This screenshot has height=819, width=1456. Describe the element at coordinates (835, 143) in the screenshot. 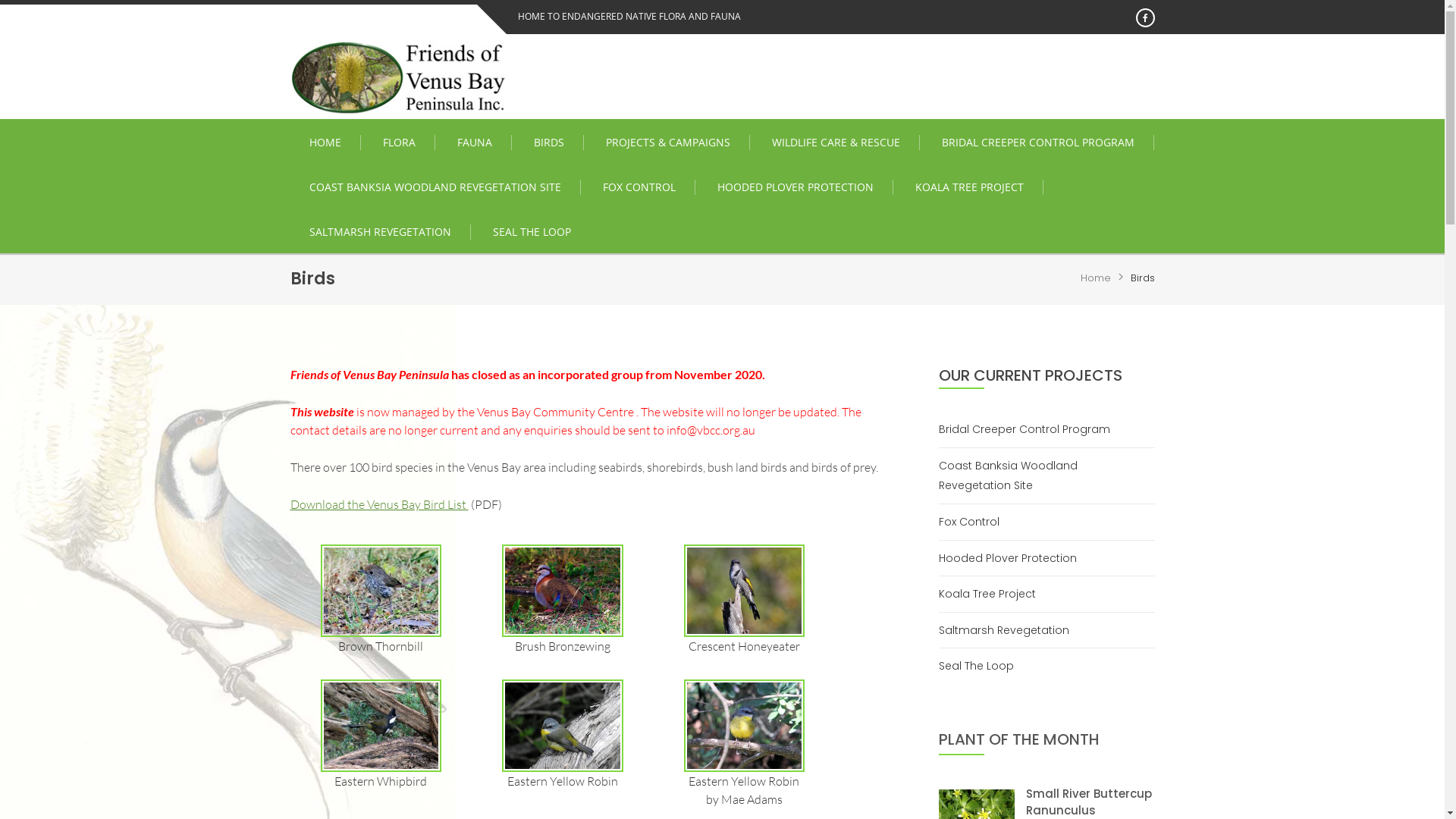

I see `'WILDLIFE CARE & RESCUE'` at that location.